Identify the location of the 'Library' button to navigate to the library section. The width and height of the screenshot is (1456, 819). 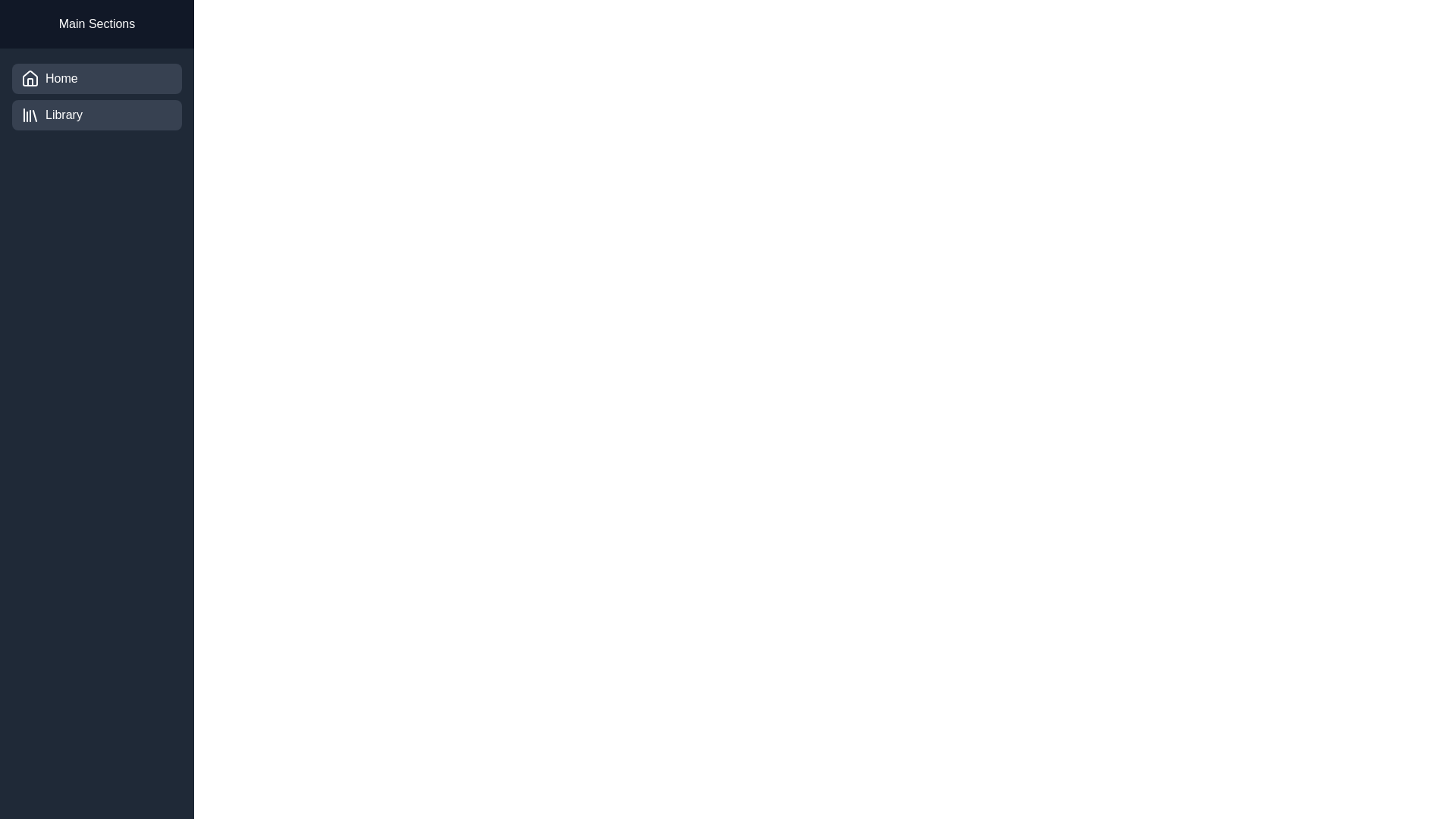
(96, 114).